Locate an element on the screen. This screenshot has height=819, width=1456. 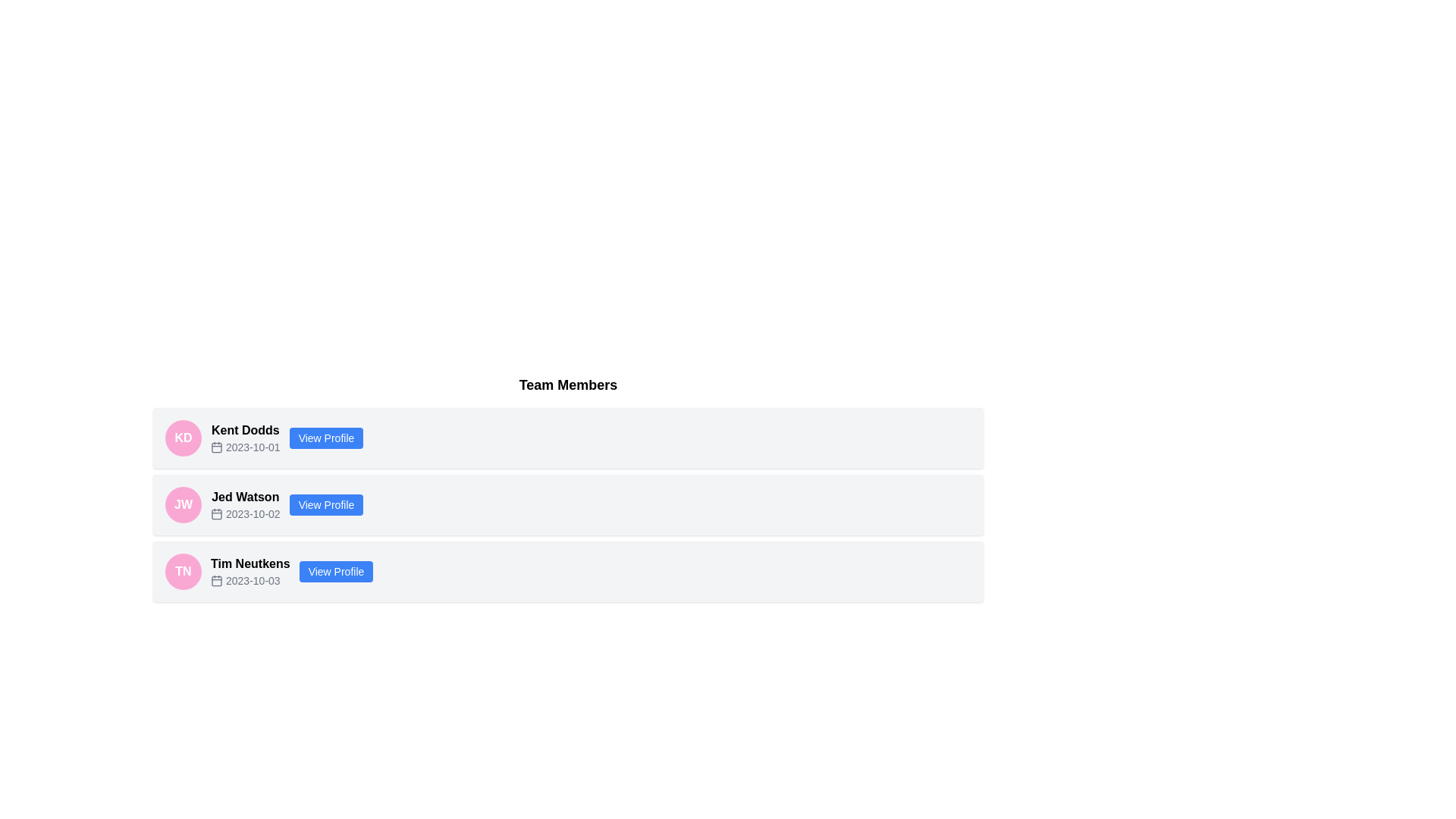
the text label identifying the name of the third team member in the list, positioned to the right of the circular icon is located at coordinates (250, 564).